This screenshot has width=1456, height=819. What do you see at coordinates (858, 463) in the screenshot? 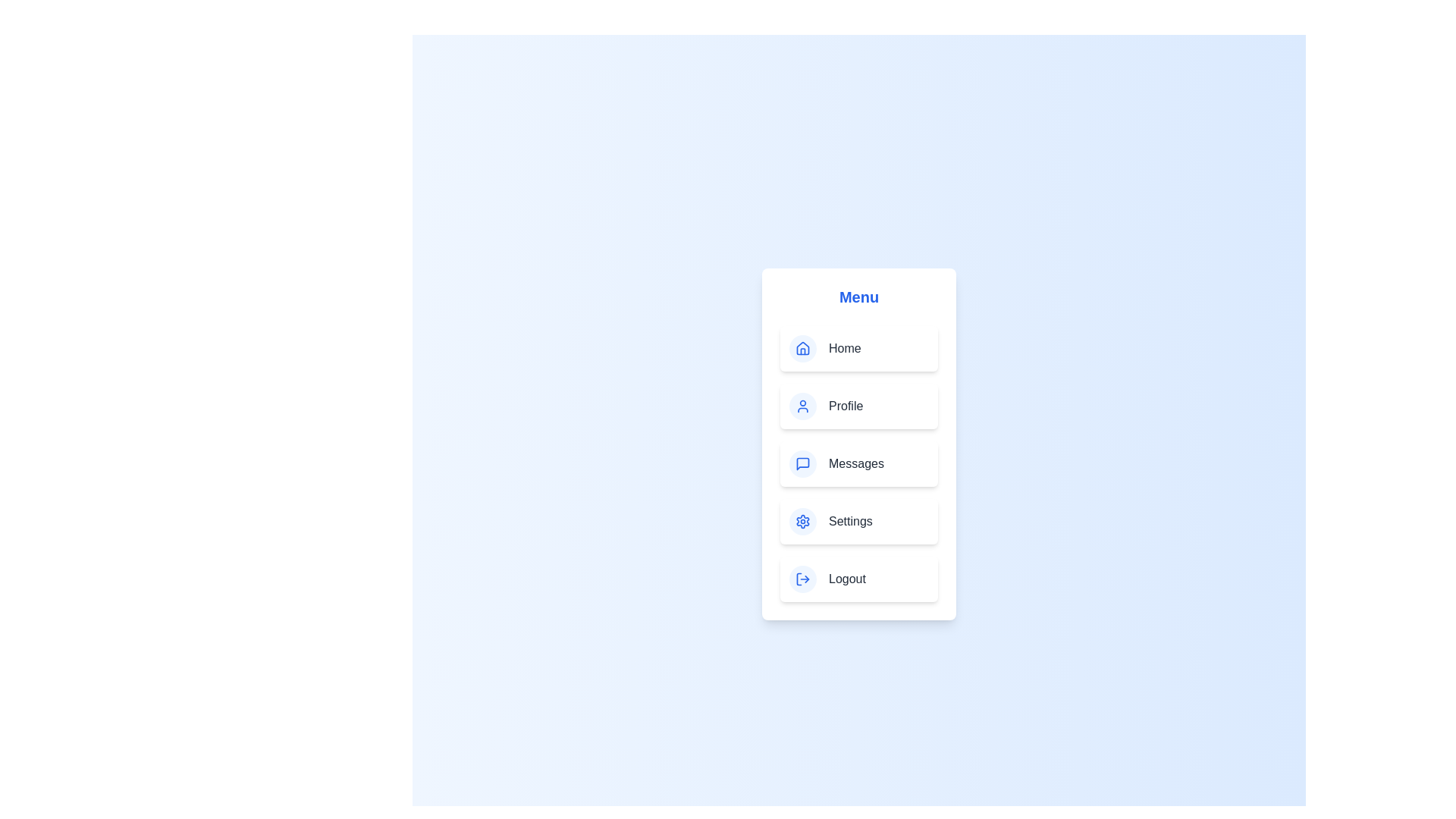
I see `the menu item labeled Messages` at bounding box center [858, 463].